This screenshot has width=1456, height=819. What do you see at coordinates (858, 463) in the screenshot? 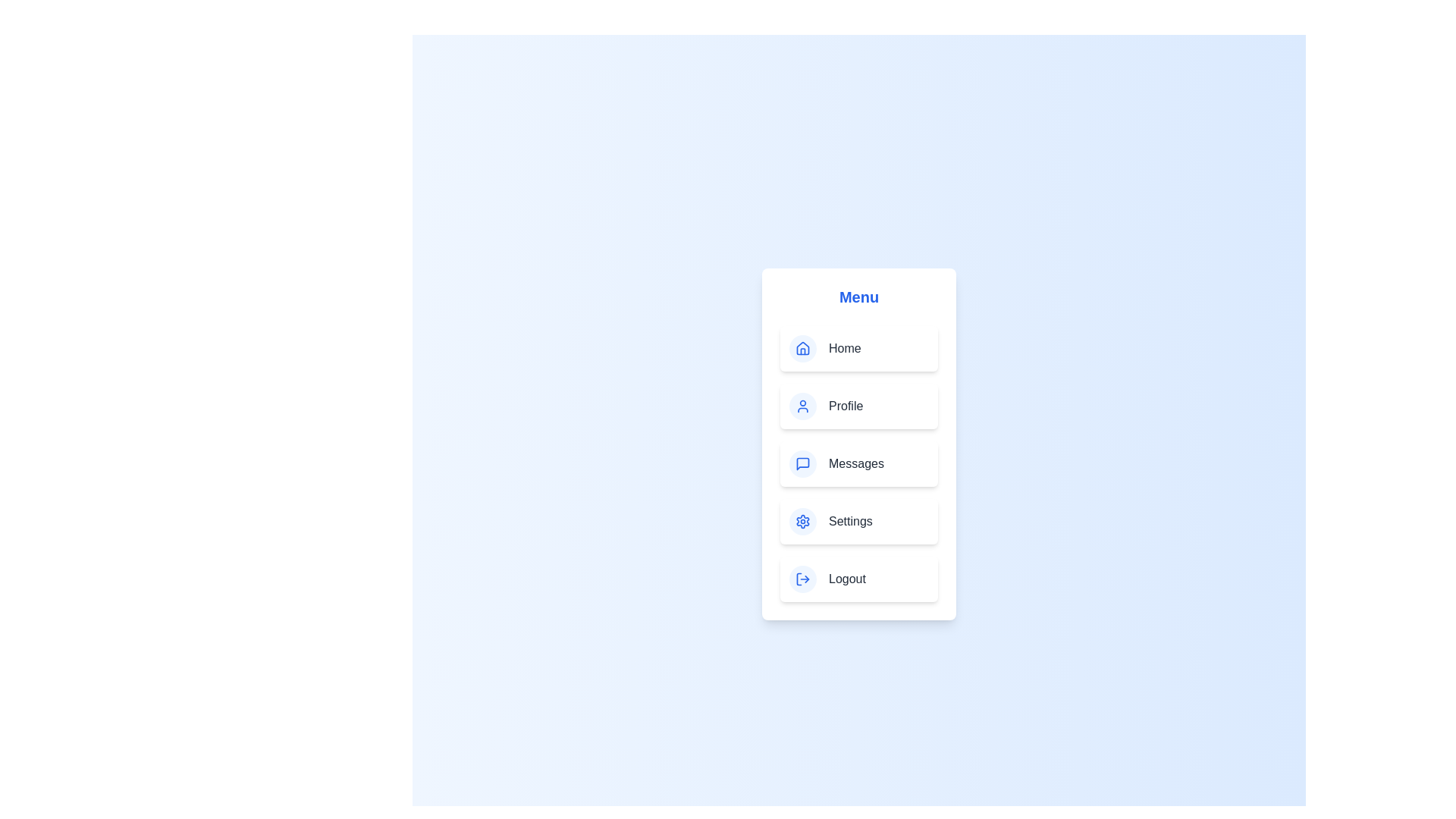
I see `the menu item labeled Messages` at bounding box center [858, 463].